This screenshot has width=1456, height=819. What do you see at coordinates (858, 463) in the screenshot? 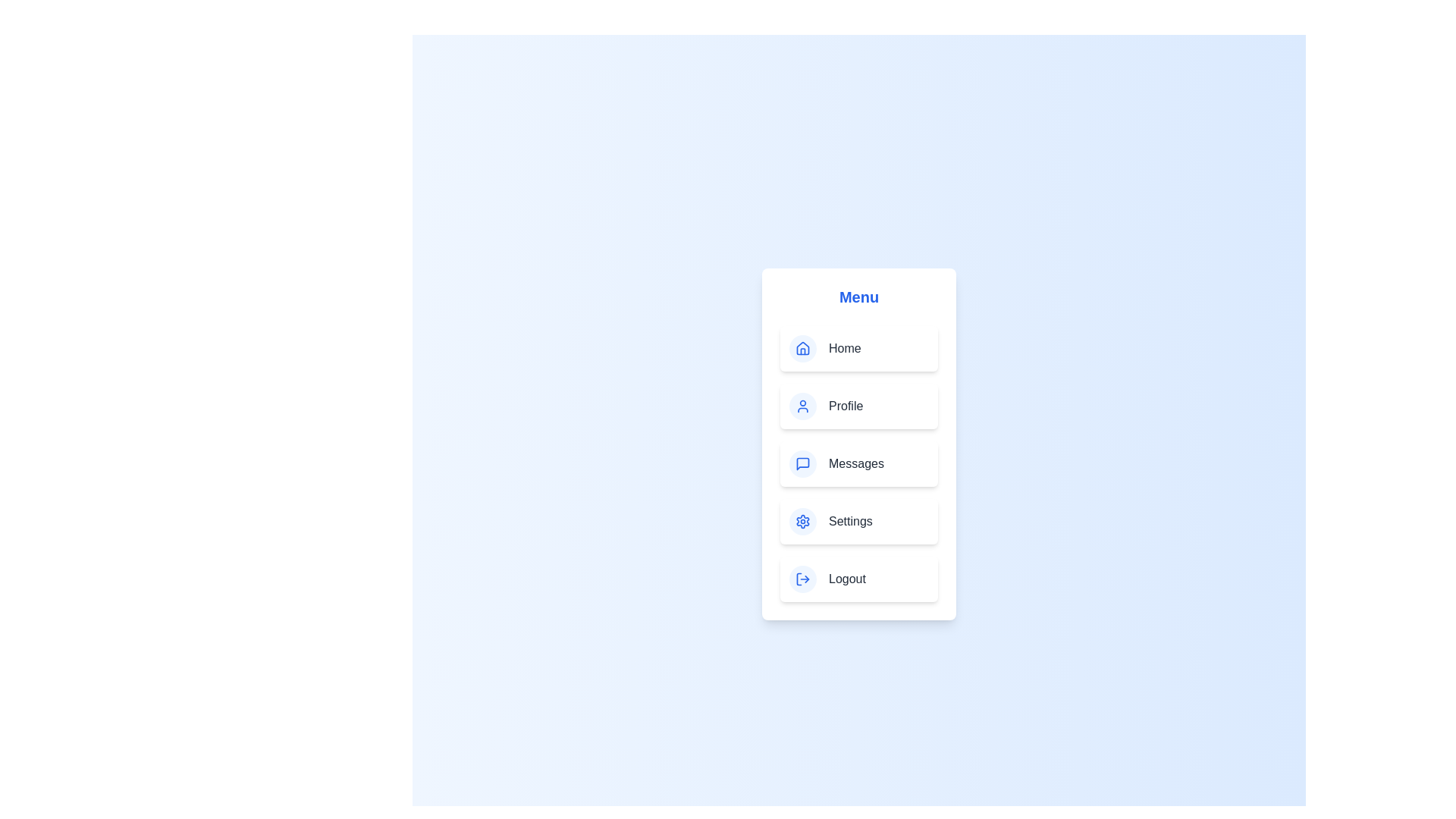
I see `the menu item labeled Messages` at bounding box center [858, 463].